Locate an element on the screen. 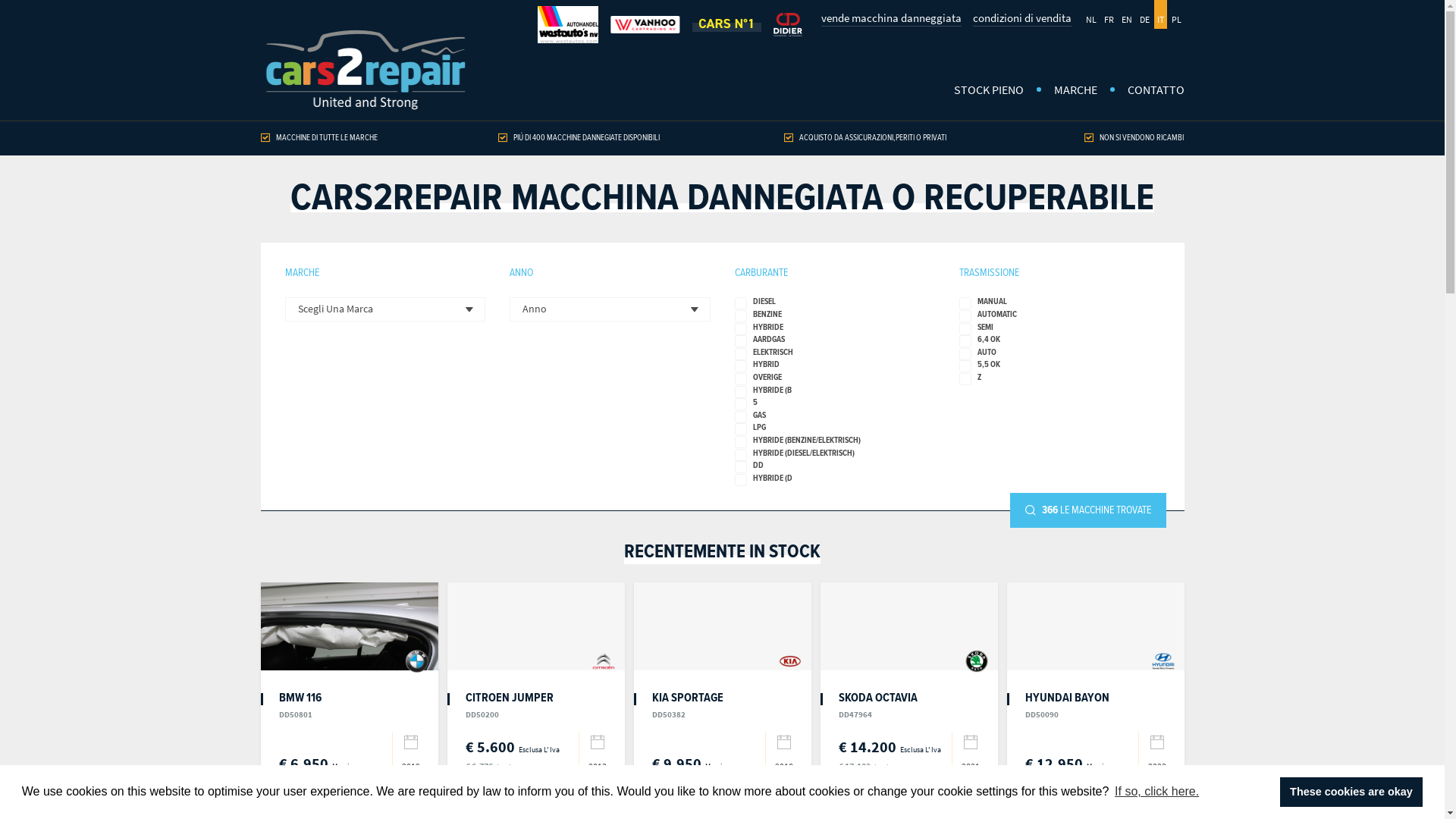 Image resolution: width=1456 pixels, height=819 pixels. 'If so, click here.' is located at coordinates (1156, 791).